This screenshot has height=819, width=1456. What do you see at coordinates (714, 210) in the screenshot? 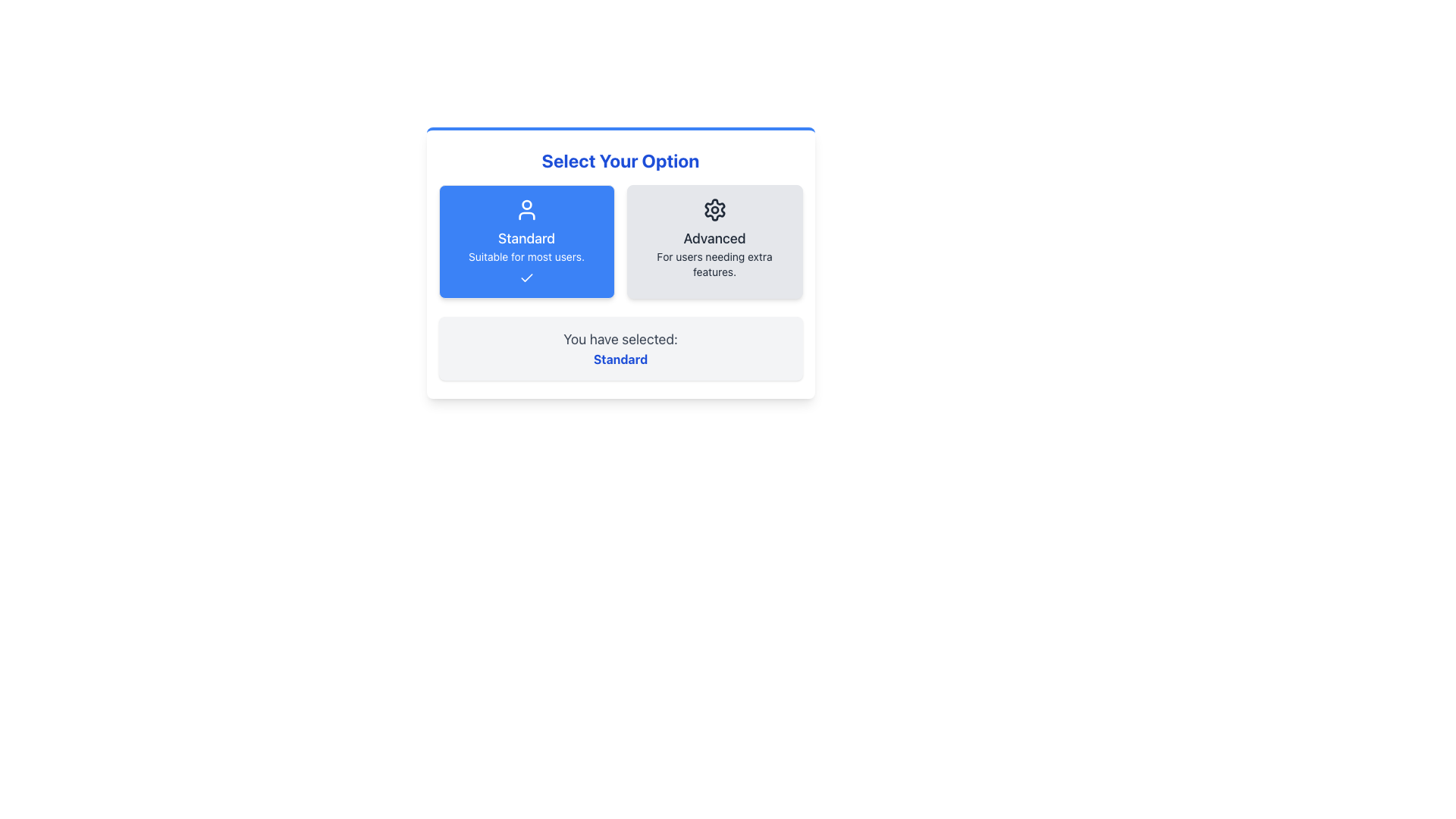
I see `the SVG icon representing advanced or settings-related features, located above the text 'Advanced' and 'For users needing extra features' within the Advanced option card` at bounding box center [714, 210].